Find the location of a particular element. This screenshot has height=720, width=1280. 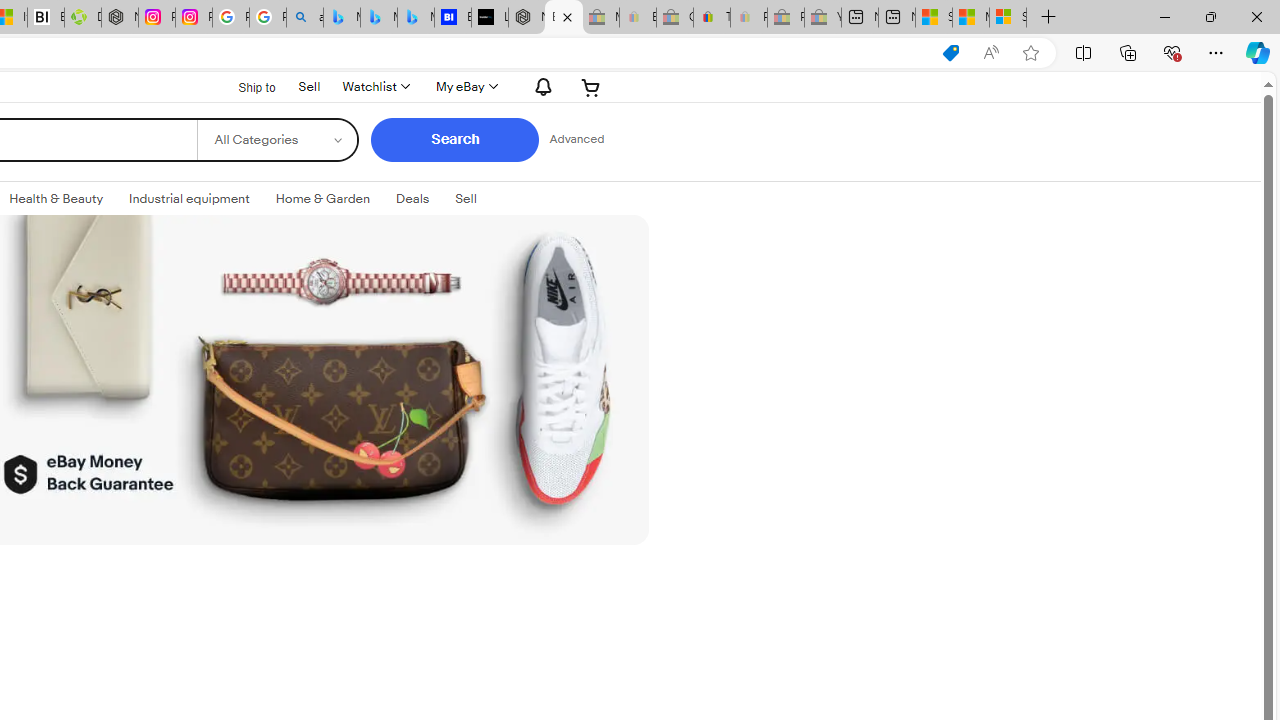

'Home & Garden' is located at coordinates (323, 199).